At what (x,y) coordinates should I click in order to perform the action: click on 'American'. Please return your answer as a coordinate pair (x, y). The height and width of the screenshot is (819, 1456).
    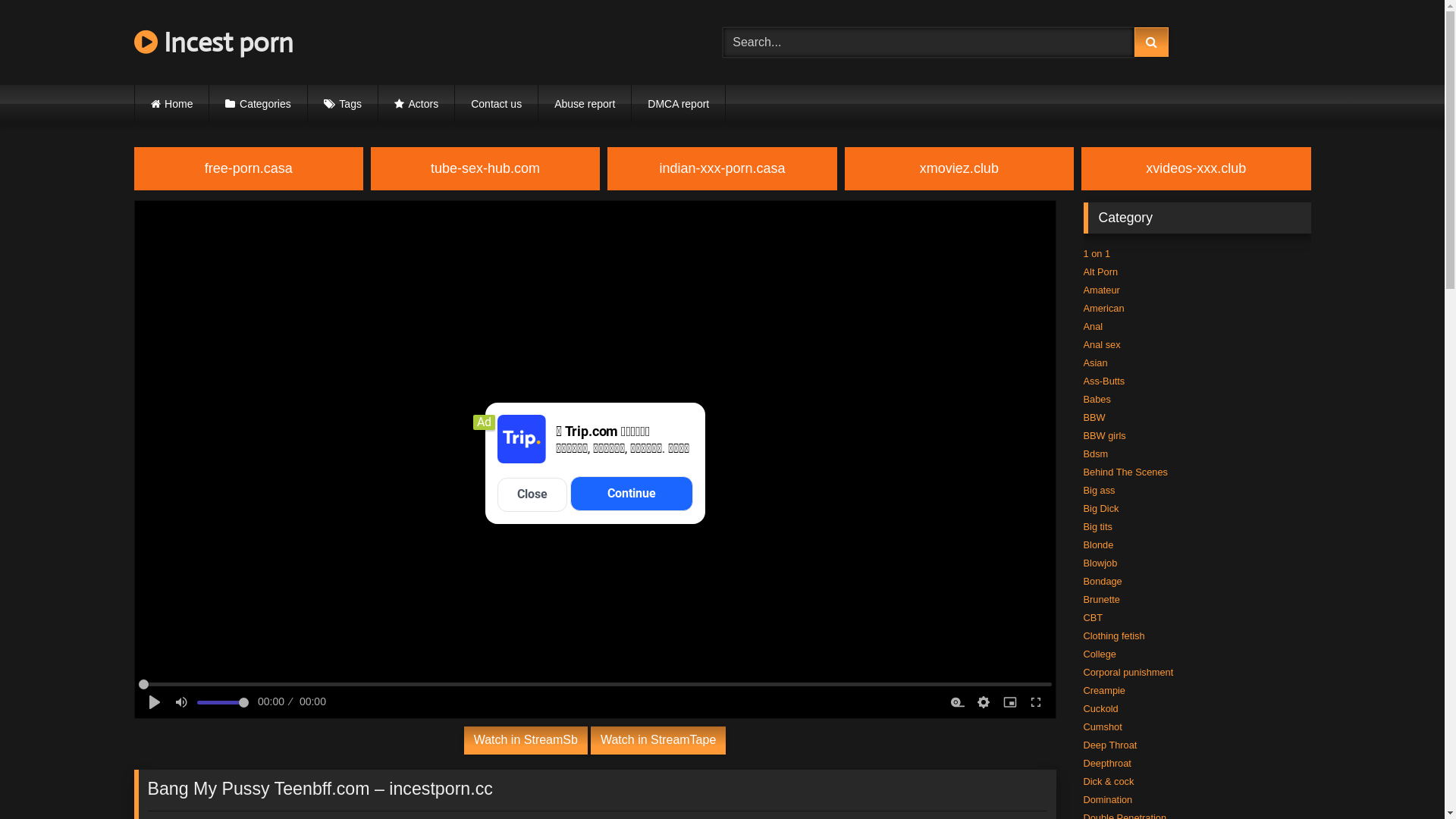
    Looking at the image, I should click on (1103, 307).